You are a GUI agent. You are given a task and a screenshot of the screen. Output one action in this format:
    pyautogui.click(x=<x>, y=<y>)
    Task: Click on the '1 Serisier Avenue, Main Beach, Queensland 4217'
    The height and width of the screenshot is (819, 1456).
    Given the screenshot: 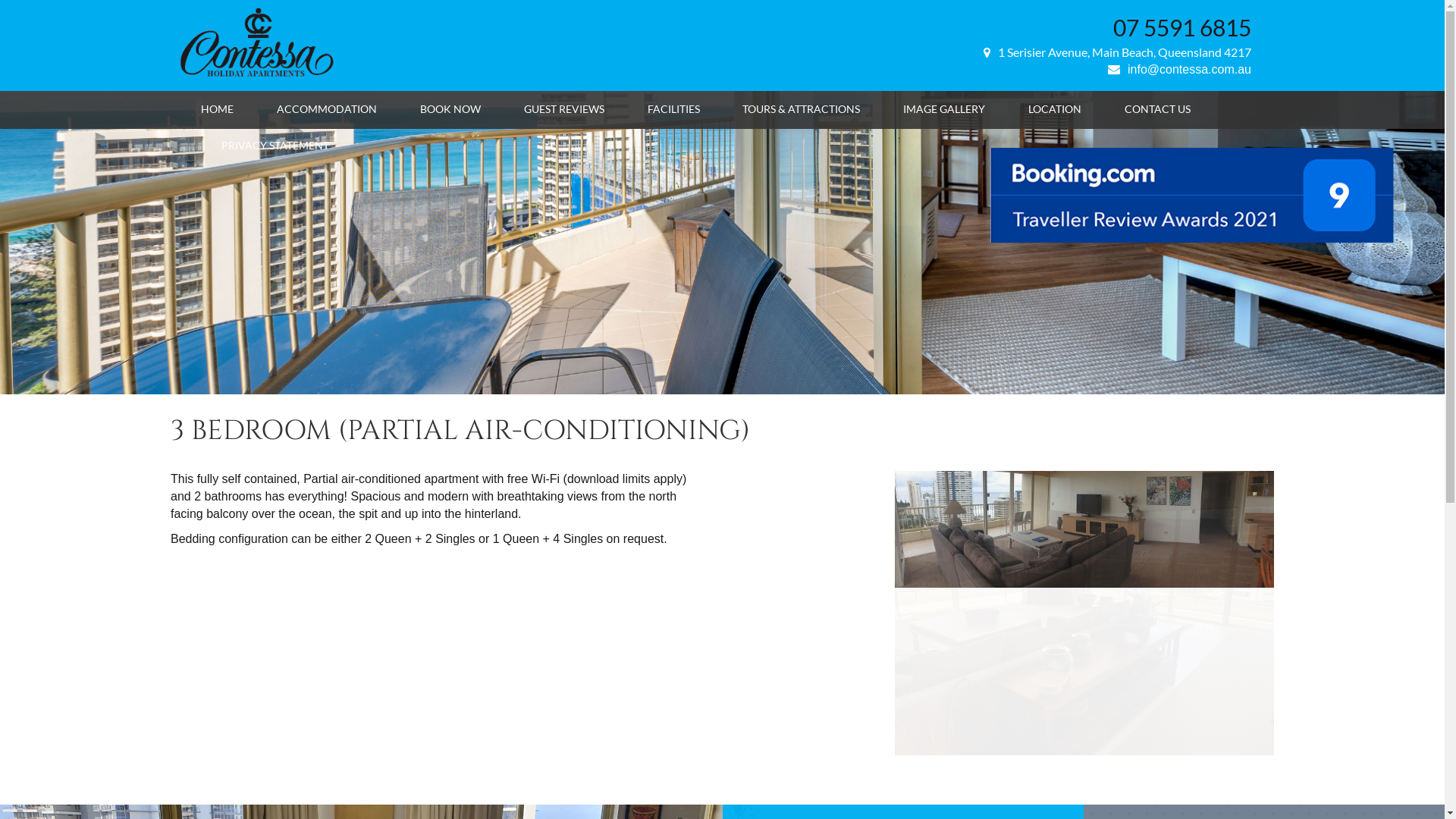 What is the action you would take?
    pyautogui.click(x=1117, y=51)
    